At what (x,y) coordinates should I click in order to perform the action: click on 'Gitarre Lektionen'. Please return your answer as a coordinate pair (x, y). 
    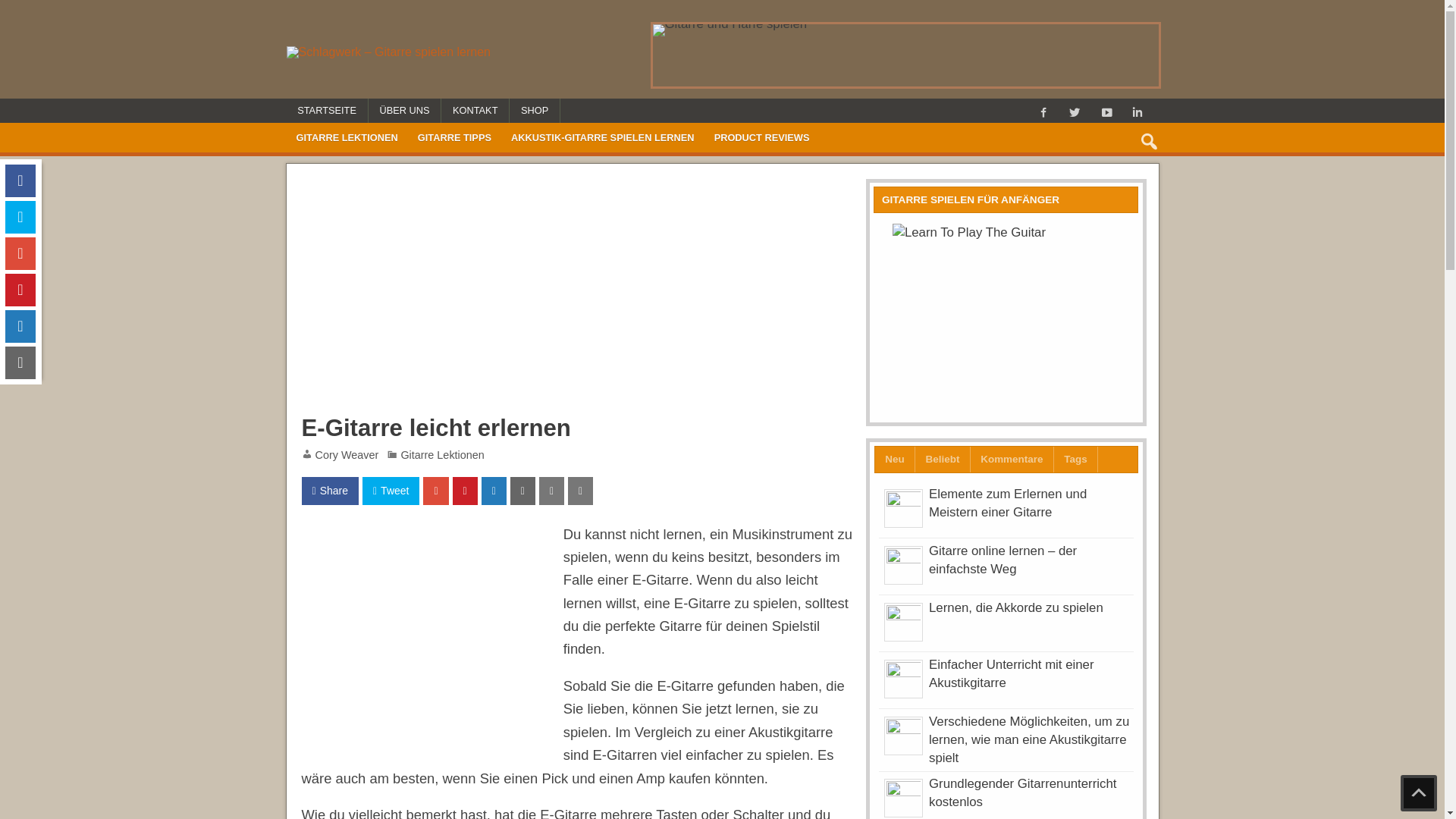
    Looking at the image, I should click on (441, 454).